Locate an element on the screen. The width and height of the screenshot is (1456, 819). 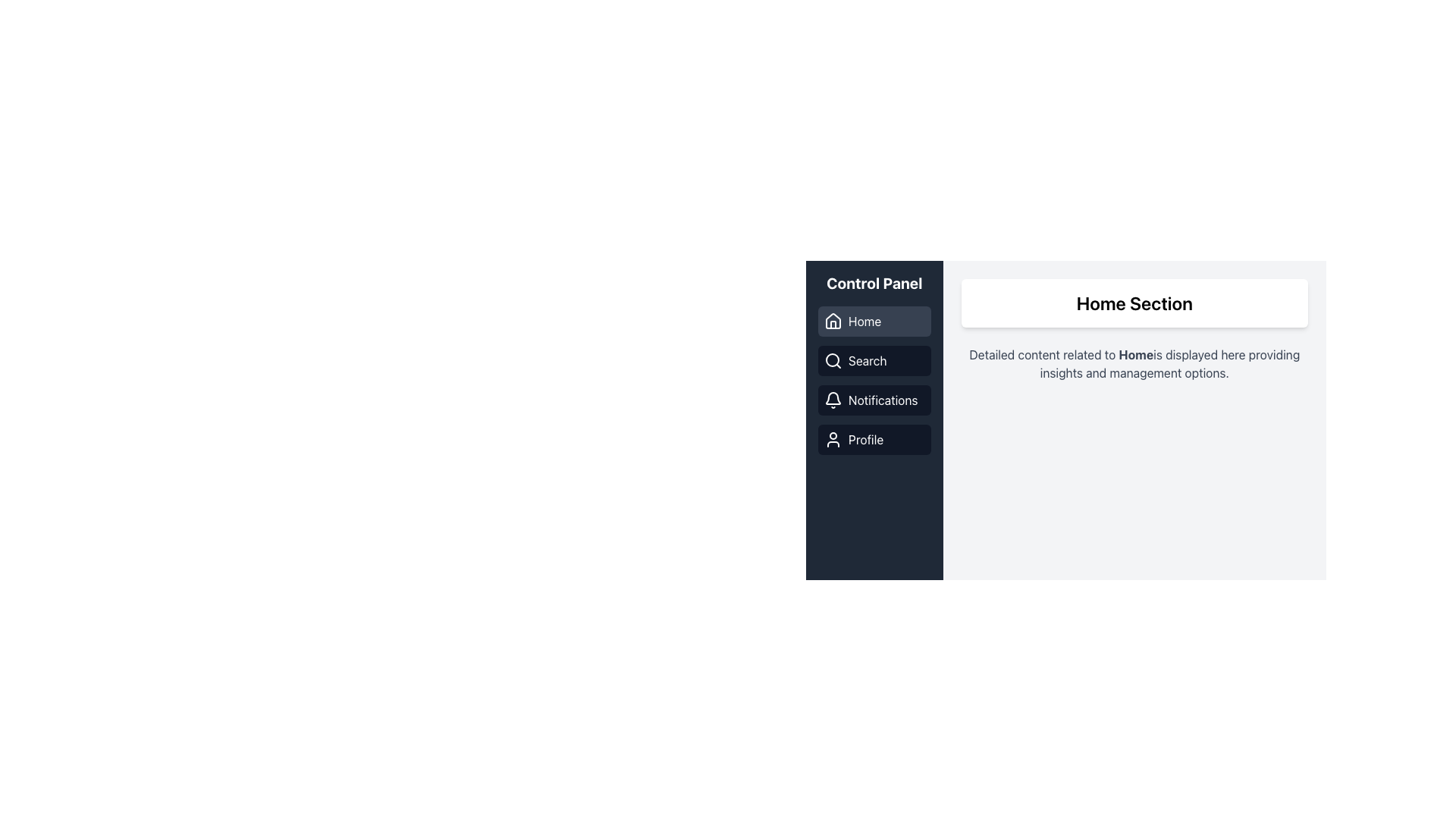
the 'Profile' icon located in the vertical navigation bar, positioned to the left of the 'Profile' text label is located at coordinates (833, 439).